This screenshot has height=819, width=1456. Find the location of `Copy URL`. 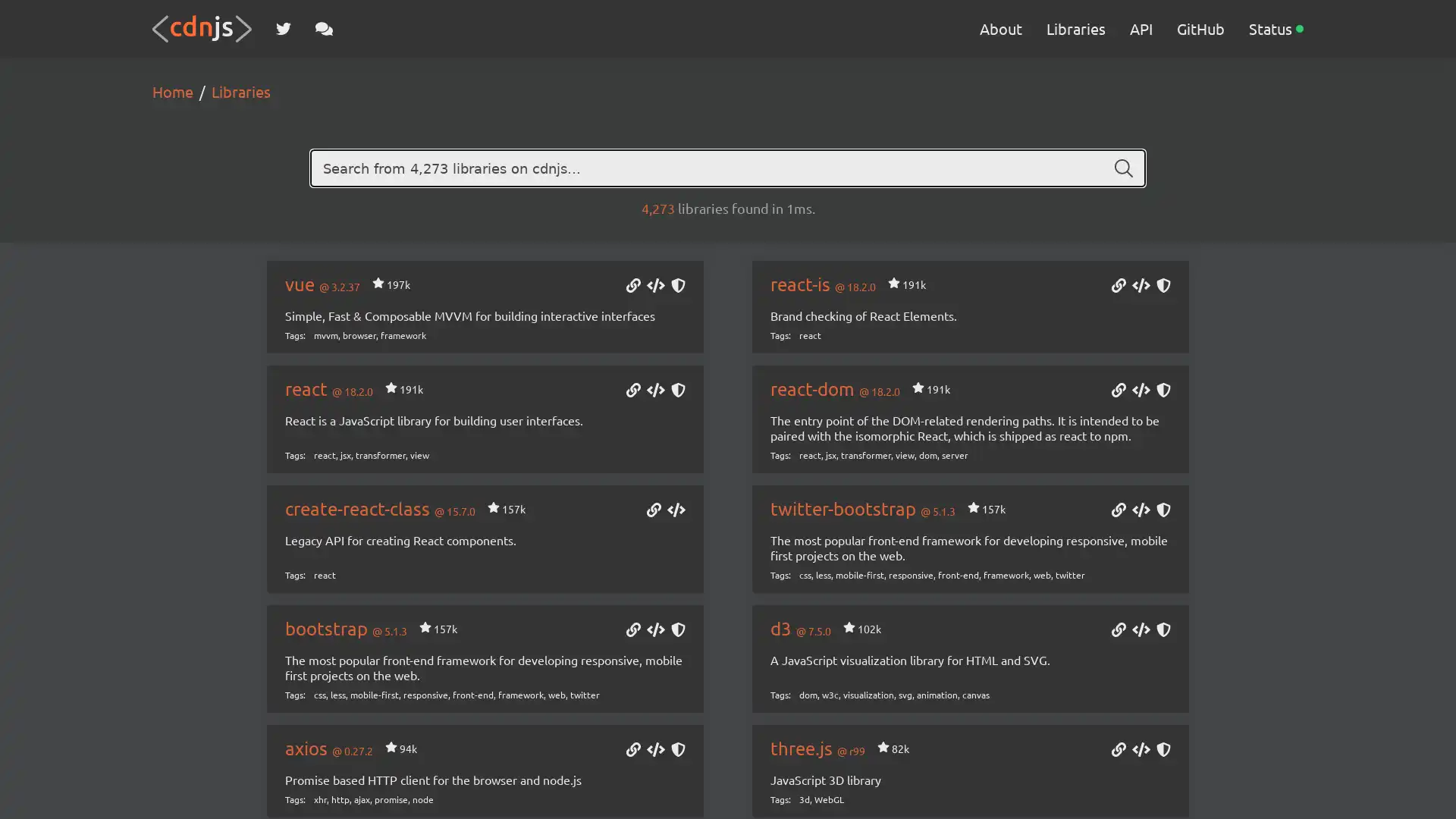

Copy URL is located at coordinates (1118, 511).